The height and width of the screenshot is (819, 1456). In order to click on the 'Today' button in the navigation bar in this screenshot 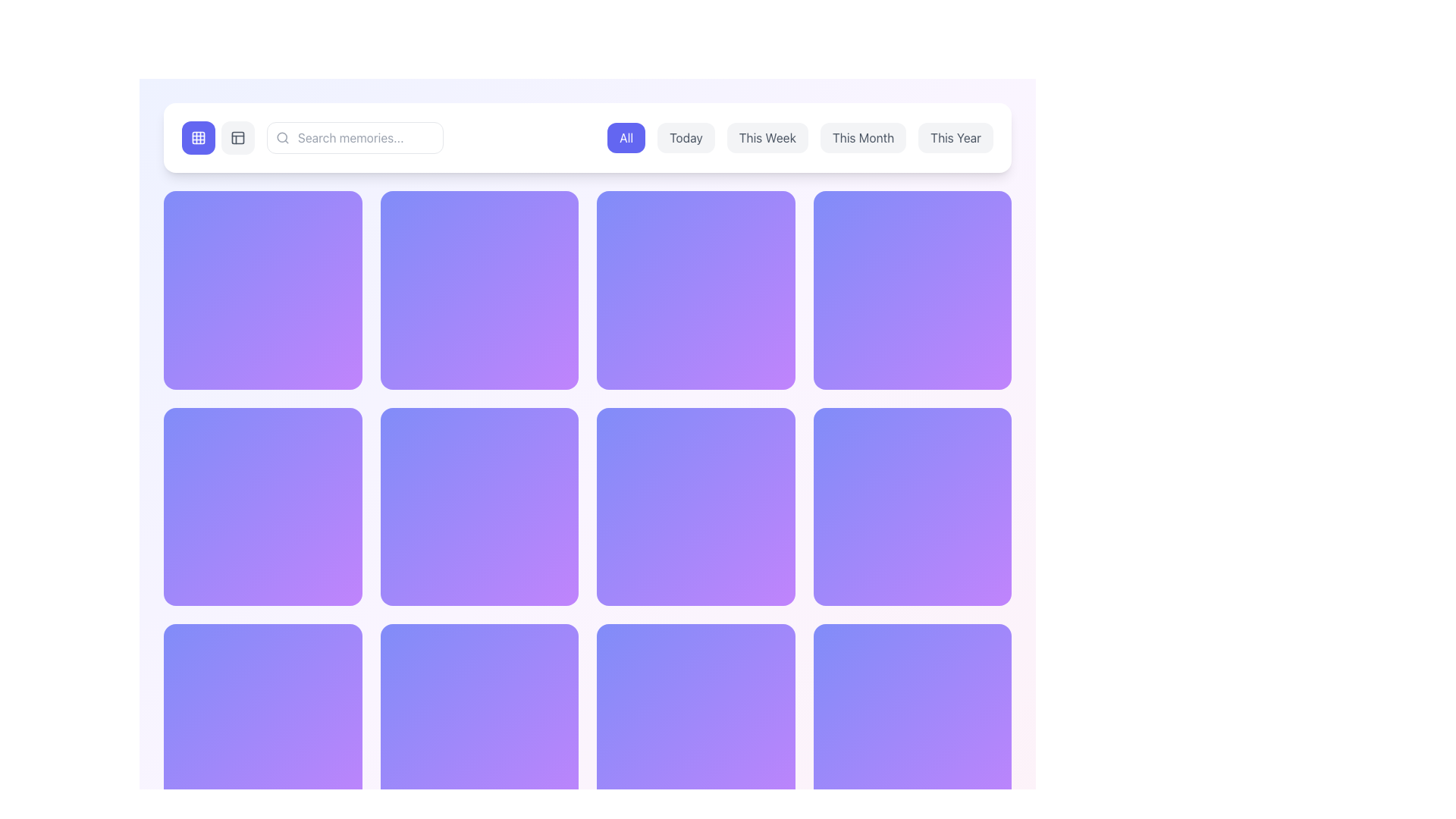, I will do `click(685, 137)`.